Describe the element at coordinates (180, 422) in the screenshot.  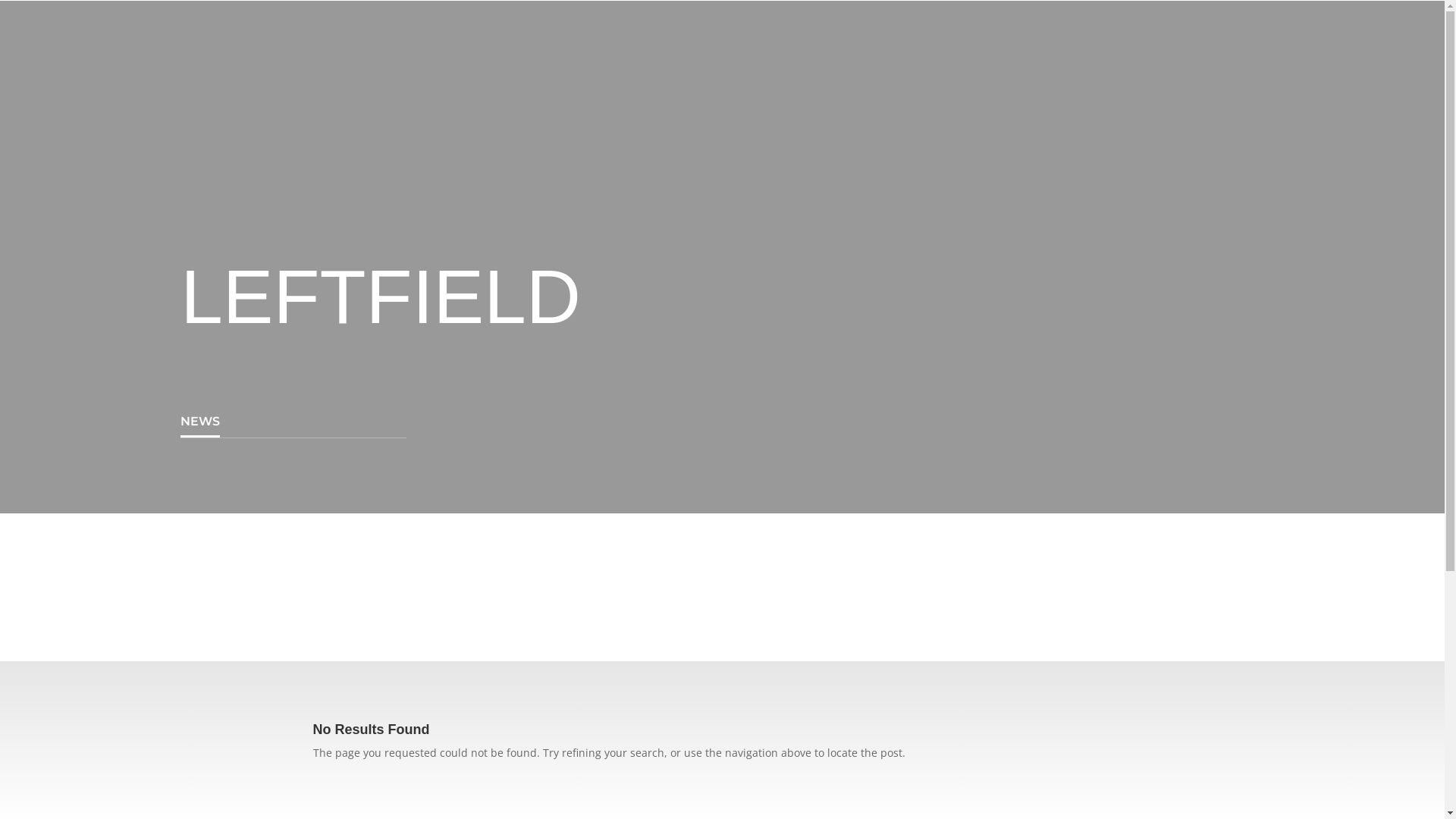
I see `'NEWS'` at that location.